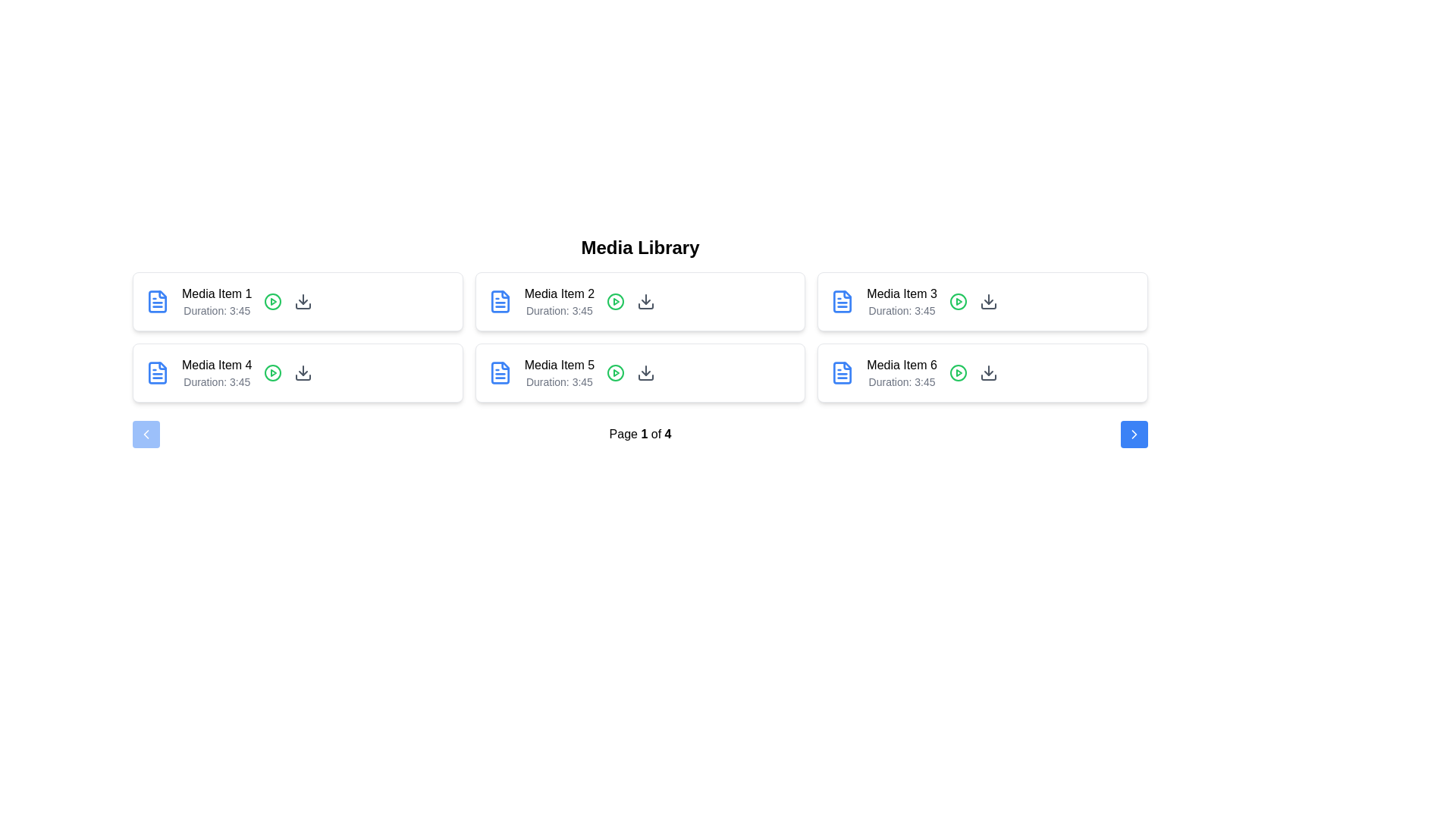 This screenshot has width=1456, height=819. Describe the element at coordinates (902, 373) in the screenshot. I see `and drag the styled text block displaying the title and duration of the media item, located in the bottom right card of the grid layout` at that location.